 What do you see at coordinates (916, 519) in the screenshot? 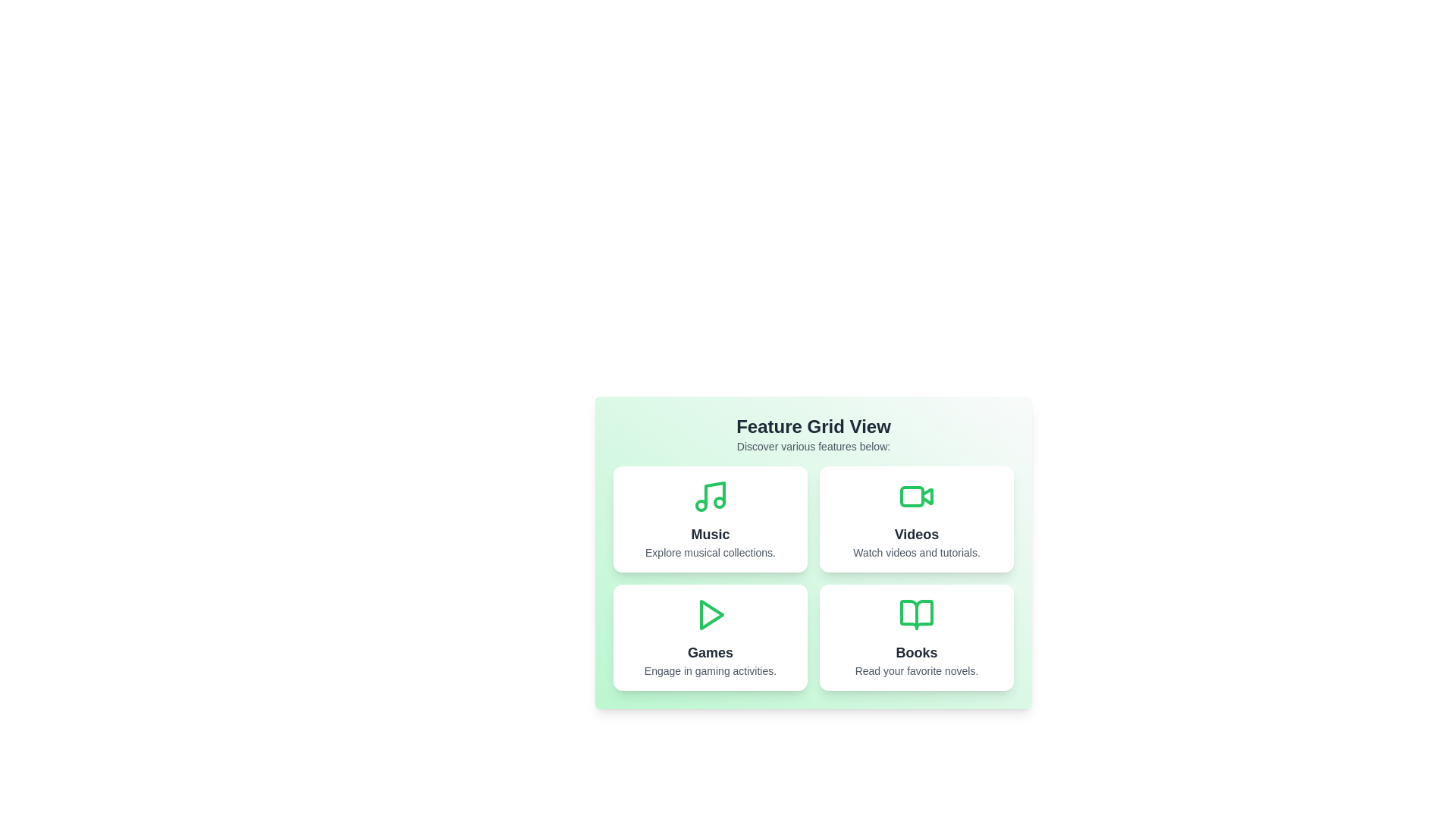
I see `the Videos card to observe its hover effect` at bounding box center [916, 519].